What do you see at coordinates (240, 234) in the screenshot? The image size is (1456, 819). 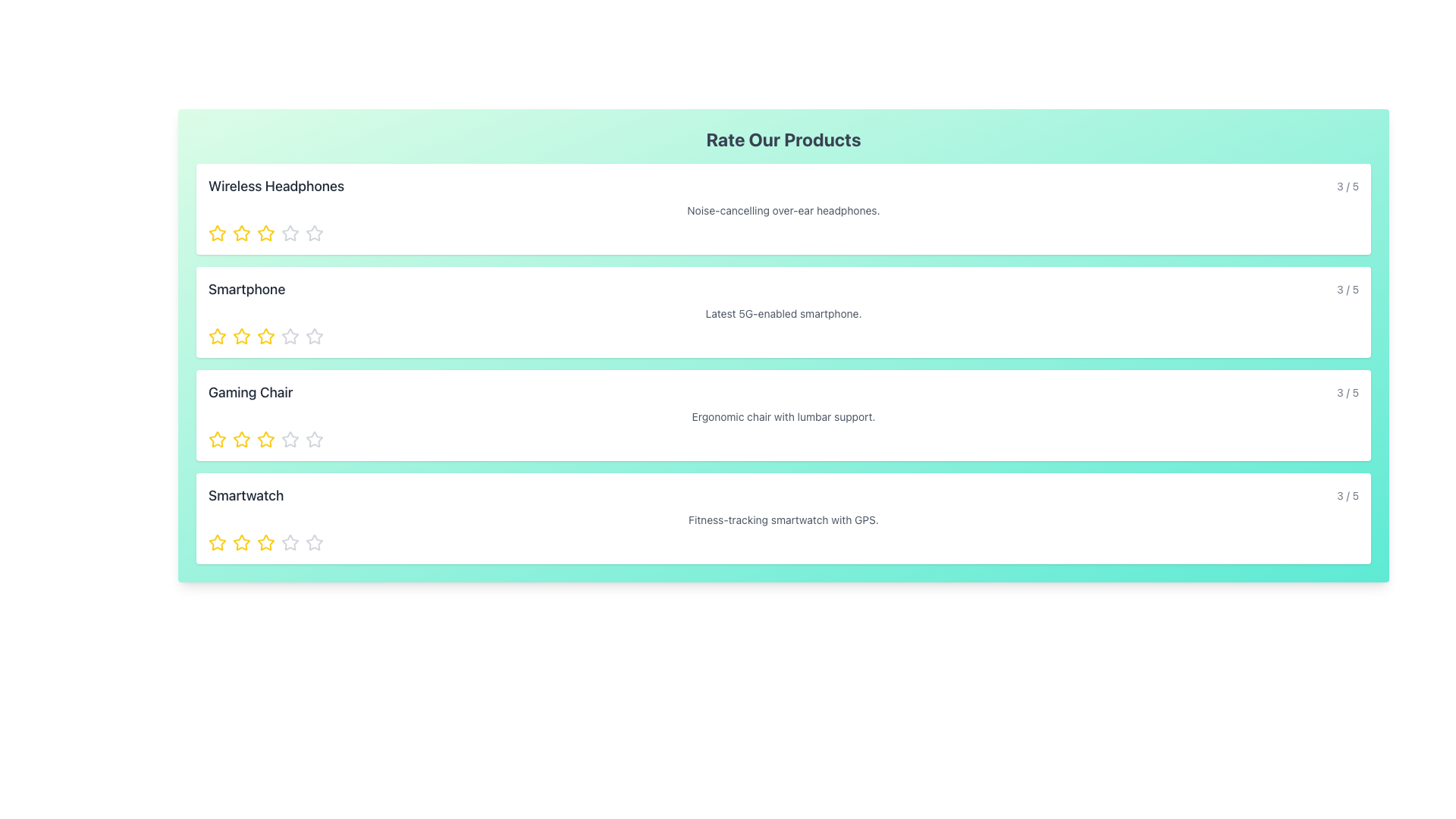 I see `the second yellow star icon` at bounding box center [240, 234].